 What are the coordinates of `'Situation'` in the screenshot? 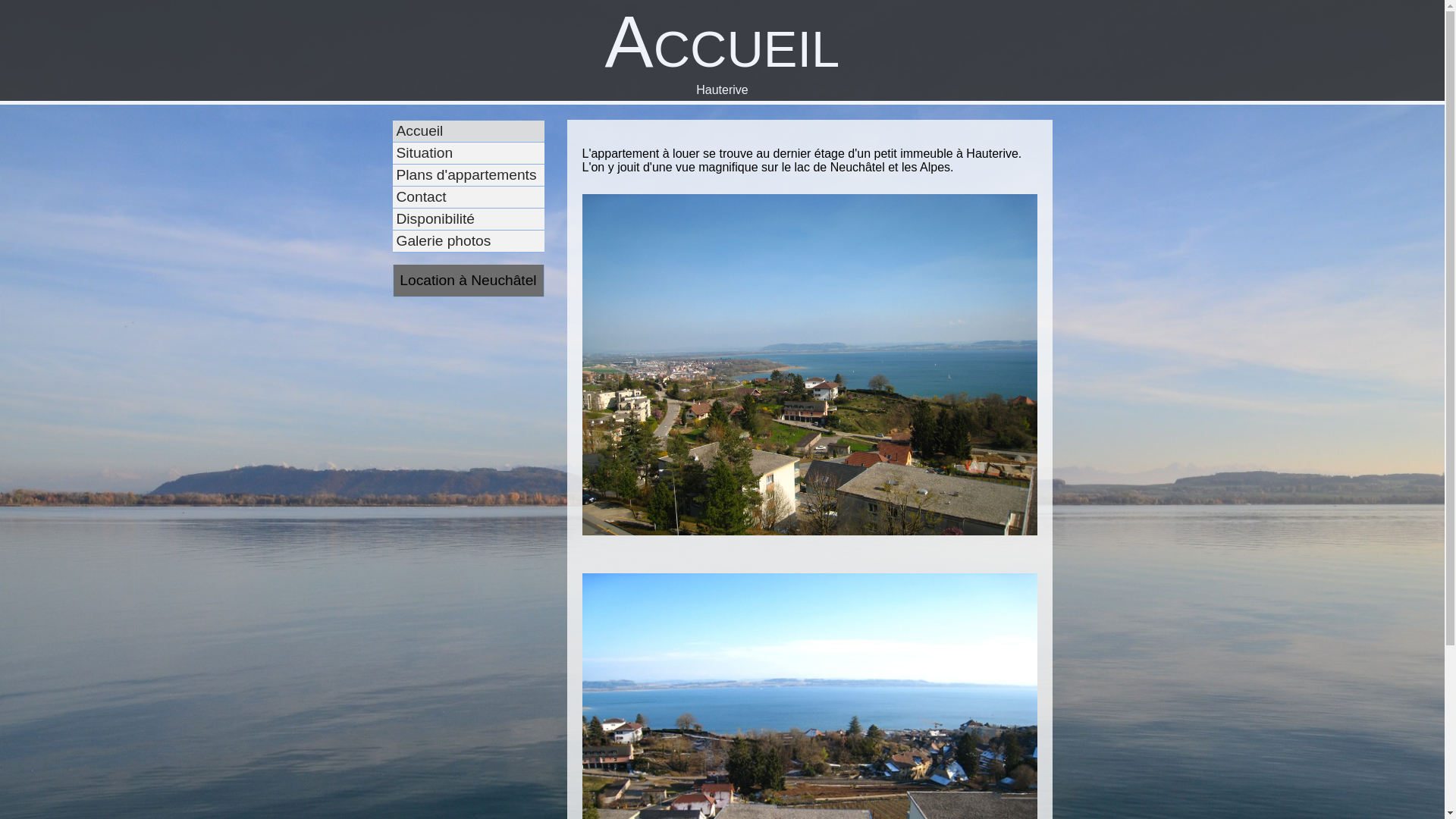 It's located at (483, 153).